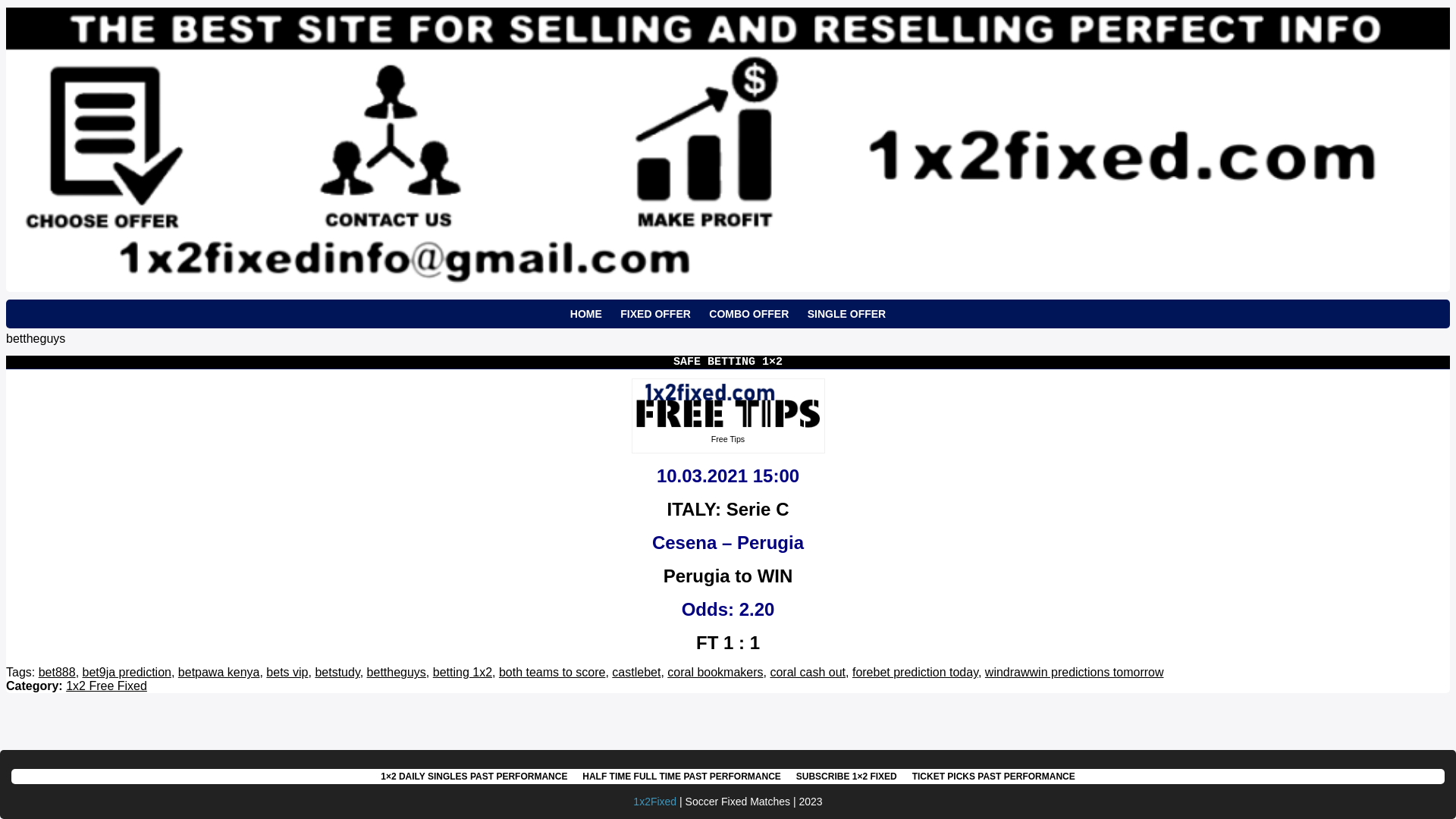 This screenshot has width=1456, height=819. Describe the element at coordinates (846, 312) in the screenshot. I see `'SINGLE OFFER'` at that location.